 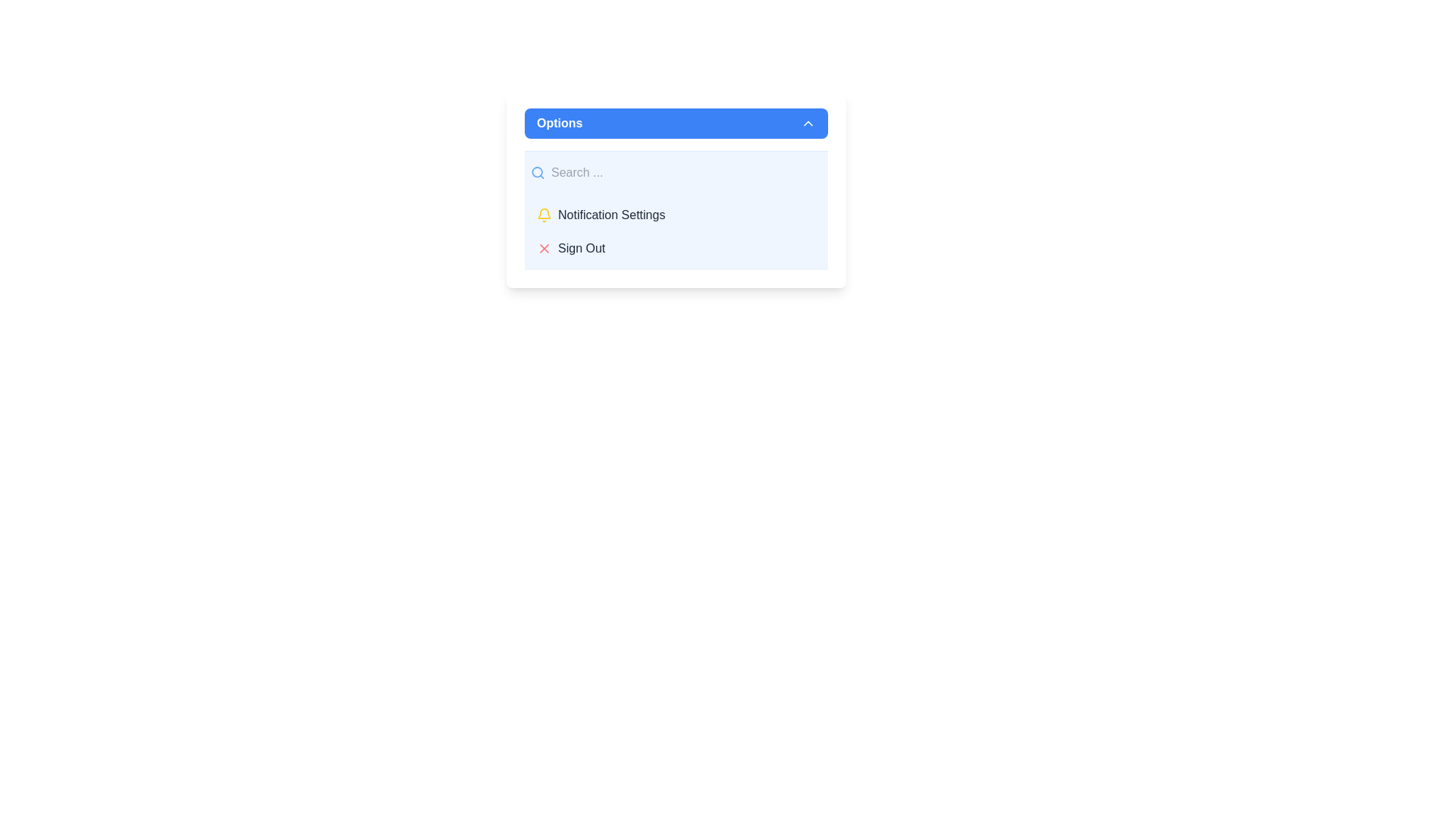 What do you see at coordinates (544, 215) in the screenshot?
I see `the yellow bell icon located next to 'Notification Settings' in the dropdown menu under 'Options'` at bounding box center [544, 215].